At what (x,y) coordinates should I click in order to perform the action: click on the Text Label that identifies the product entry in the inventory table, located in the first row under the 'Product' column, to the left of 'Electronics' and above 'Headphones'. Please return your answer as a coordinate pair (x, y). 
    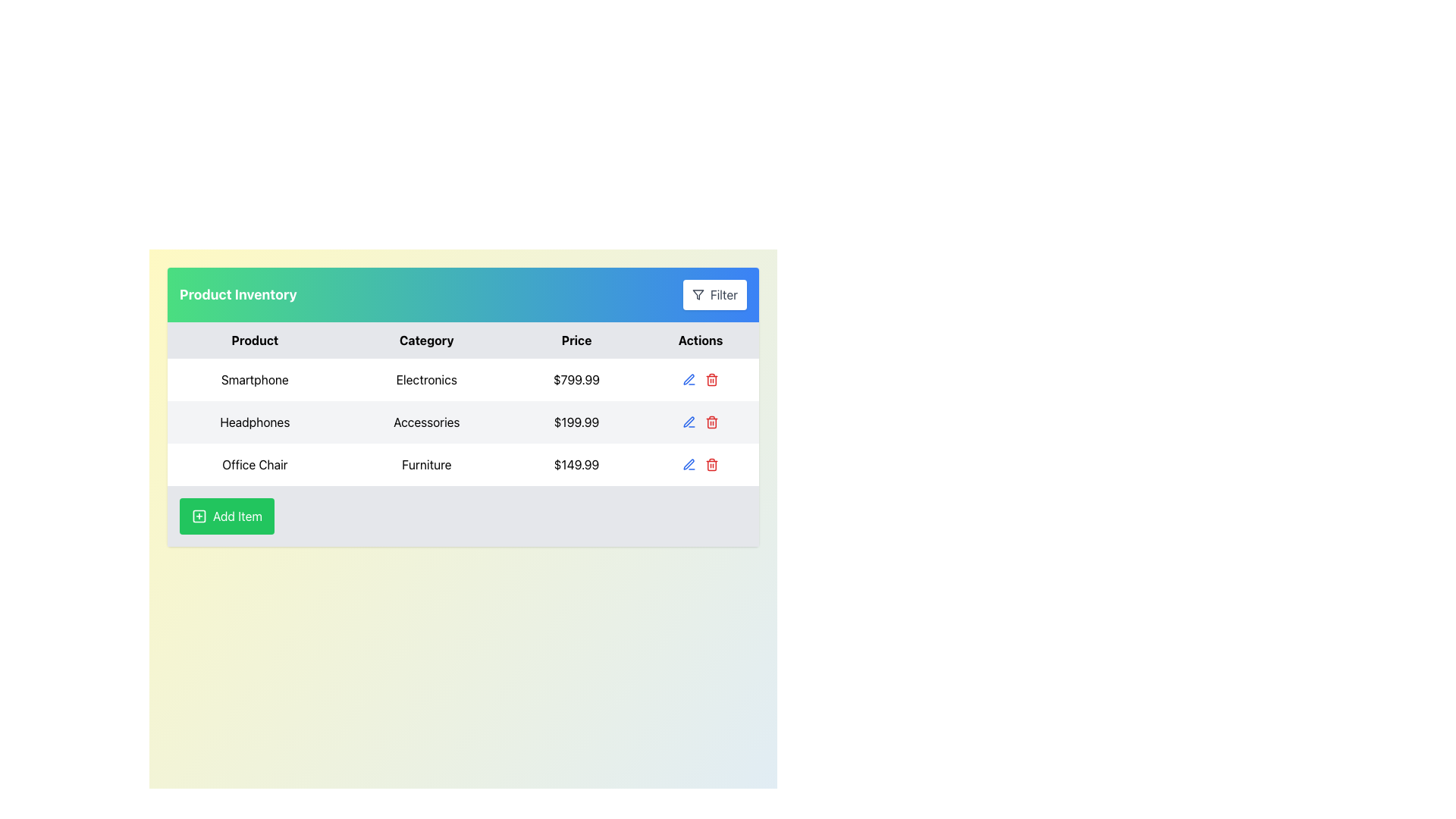
    Looking at the image, I should click on (255, 379).